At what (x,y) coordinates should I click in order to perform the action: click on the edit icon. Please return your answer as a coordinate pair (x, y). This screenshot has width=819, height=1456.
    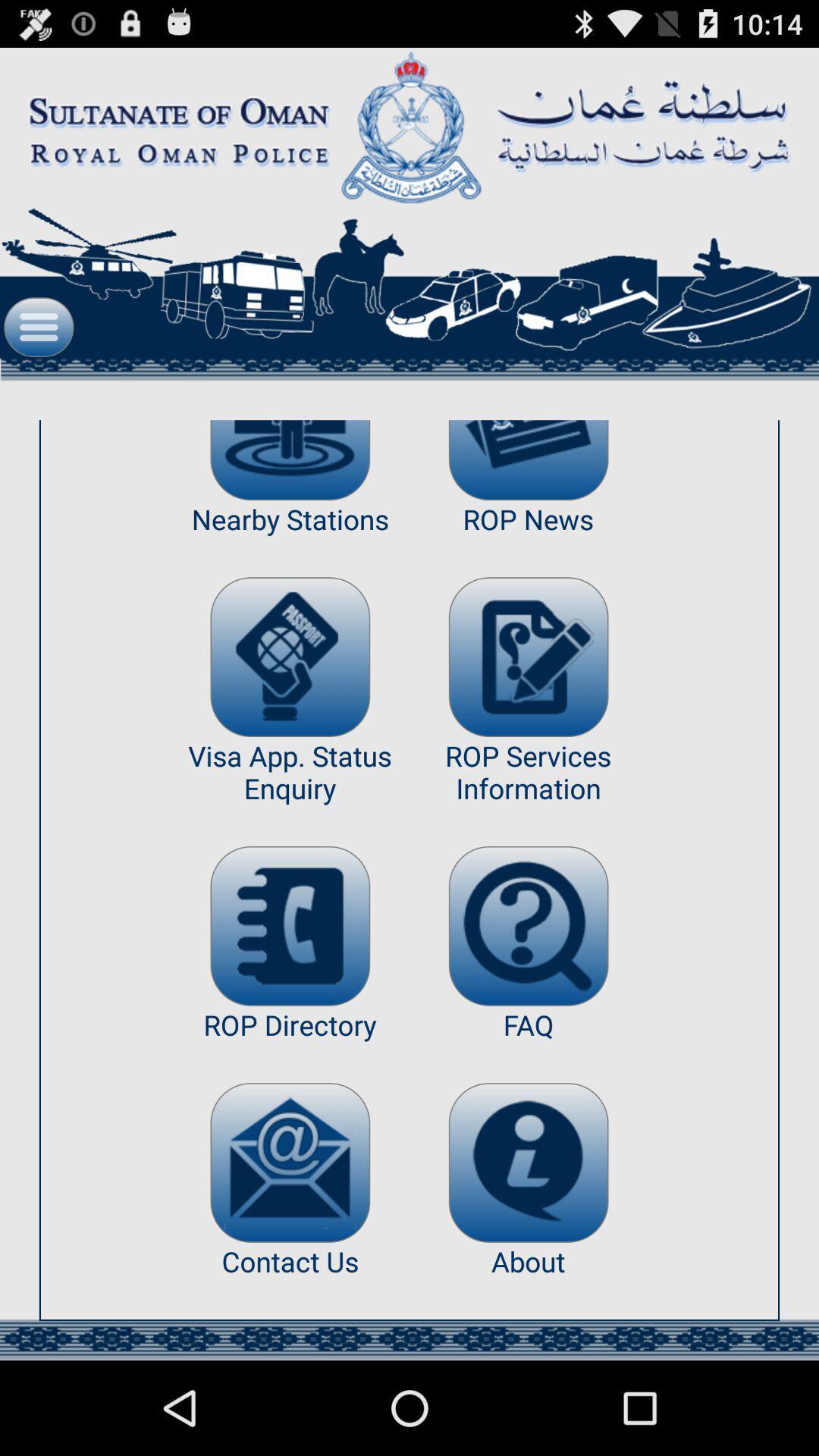
    Looking at the image, I should click on (528, 702).